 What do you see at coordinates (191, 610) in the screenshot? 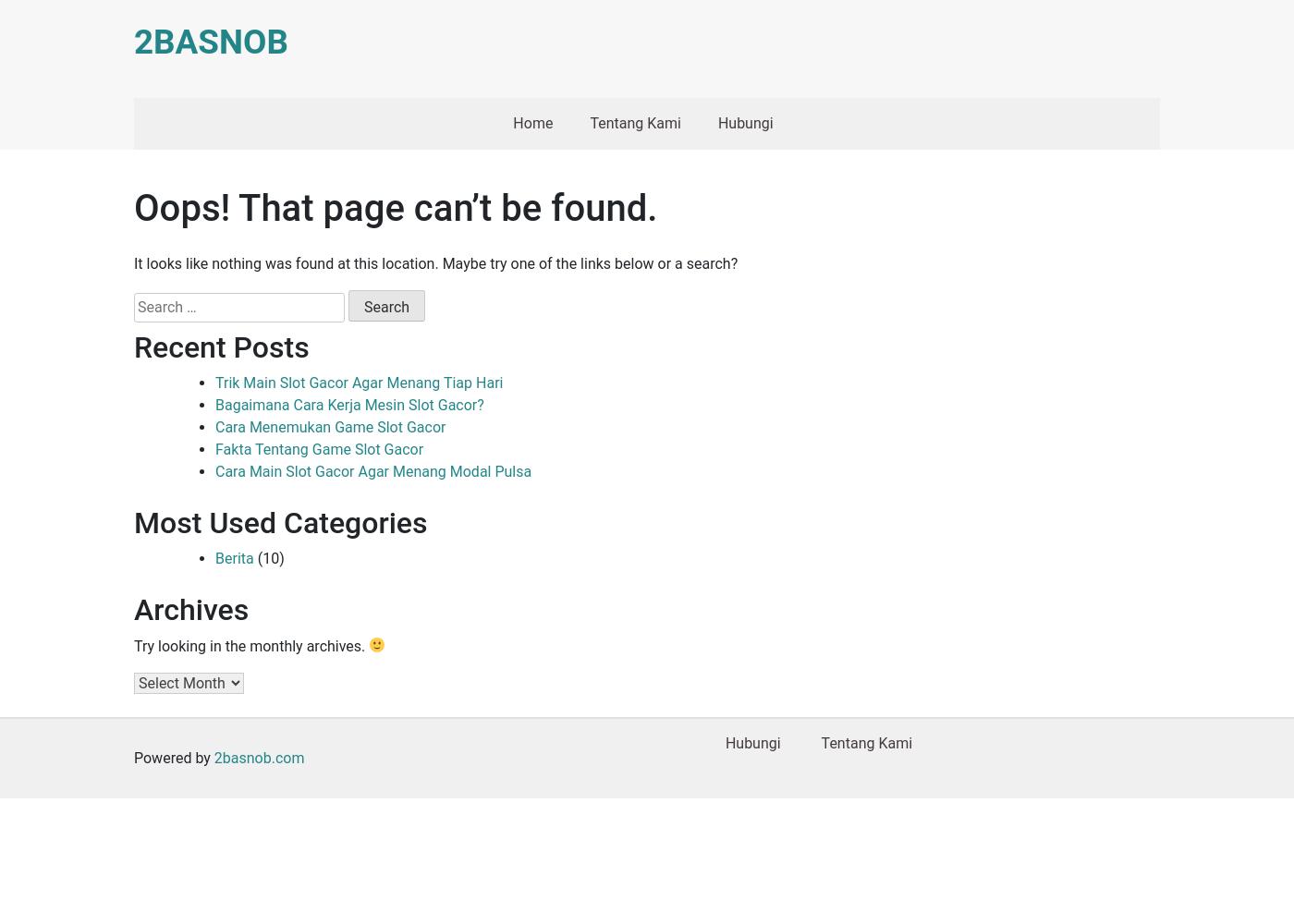
I see `'Archives'` at bounding box center [191, 610].